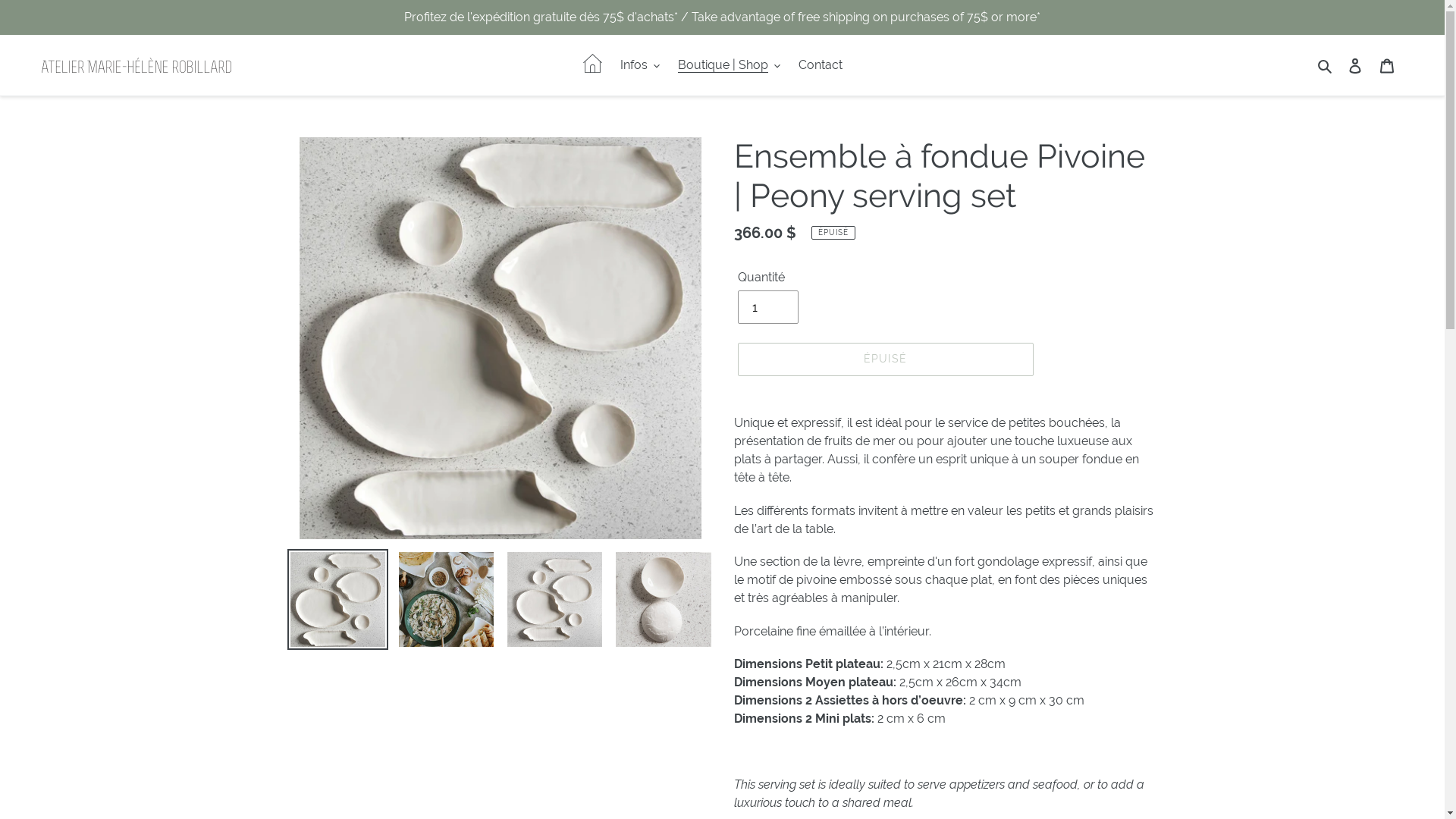 The width and height of the screenshot is (1456, 819). Describe the element at coordinates (789, 64) in the screenshot. I see `'Contact'` at that location.